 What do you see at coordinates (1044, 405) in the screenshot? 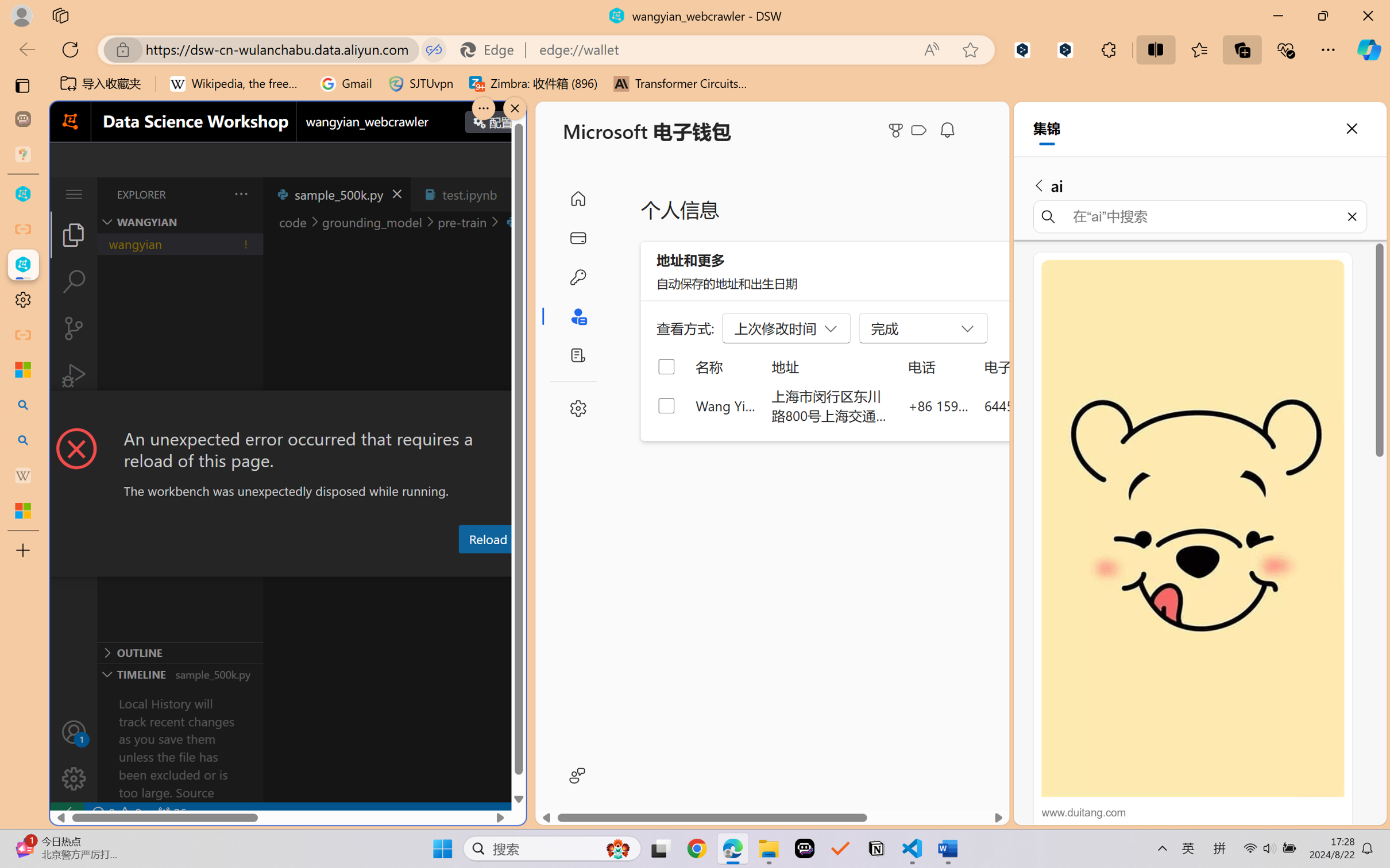
I see `'644553698@qq.com'` at bounding box center [1044, 405].